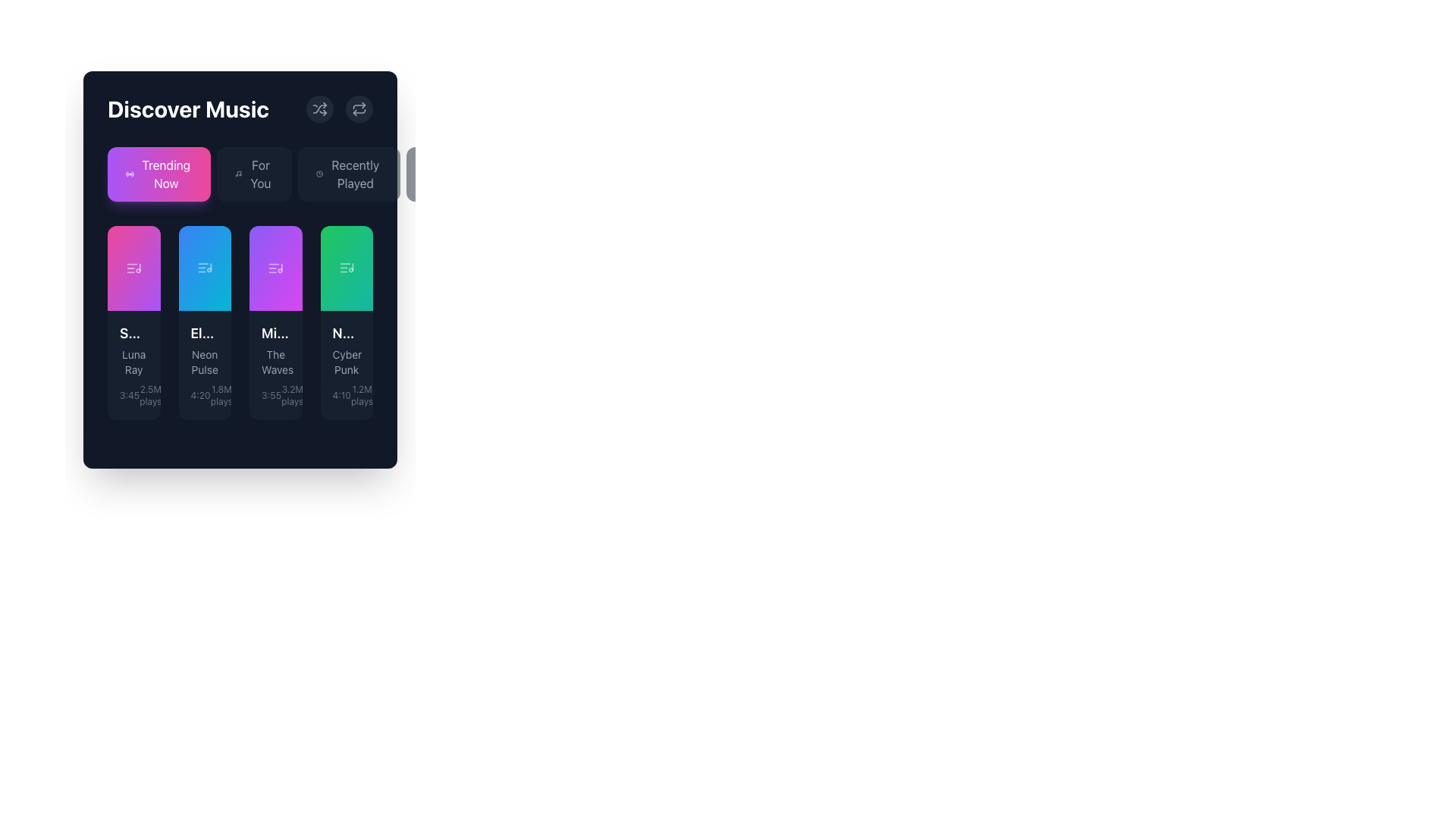 The width and height of the screenshot is (1456, 819). What do you see at coordinates (130, 394) in the screenshot?
I see `the static text displaying the duration of the song 'Luna Ray' in the 'Trending Now' section of the 'Discover Music' interface` at bounding box center [130, 394].